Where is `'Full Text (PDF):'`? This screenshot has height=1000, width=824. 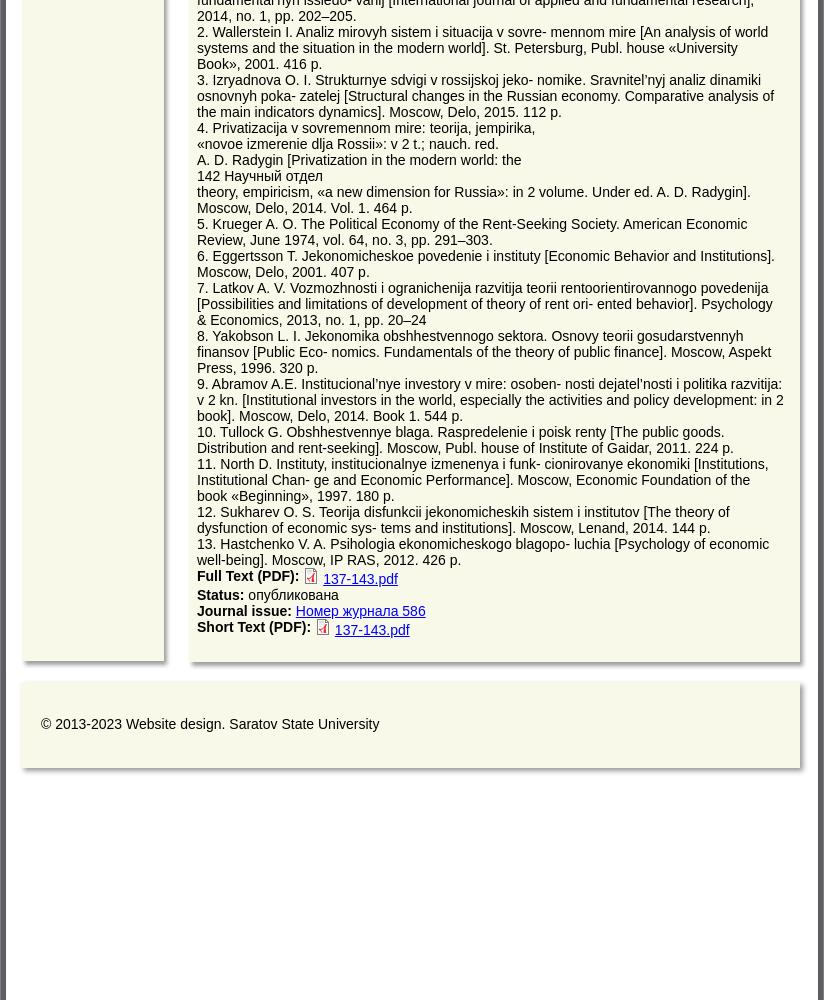 'Full Text (PDF):' is located at coordinates (250, 575).